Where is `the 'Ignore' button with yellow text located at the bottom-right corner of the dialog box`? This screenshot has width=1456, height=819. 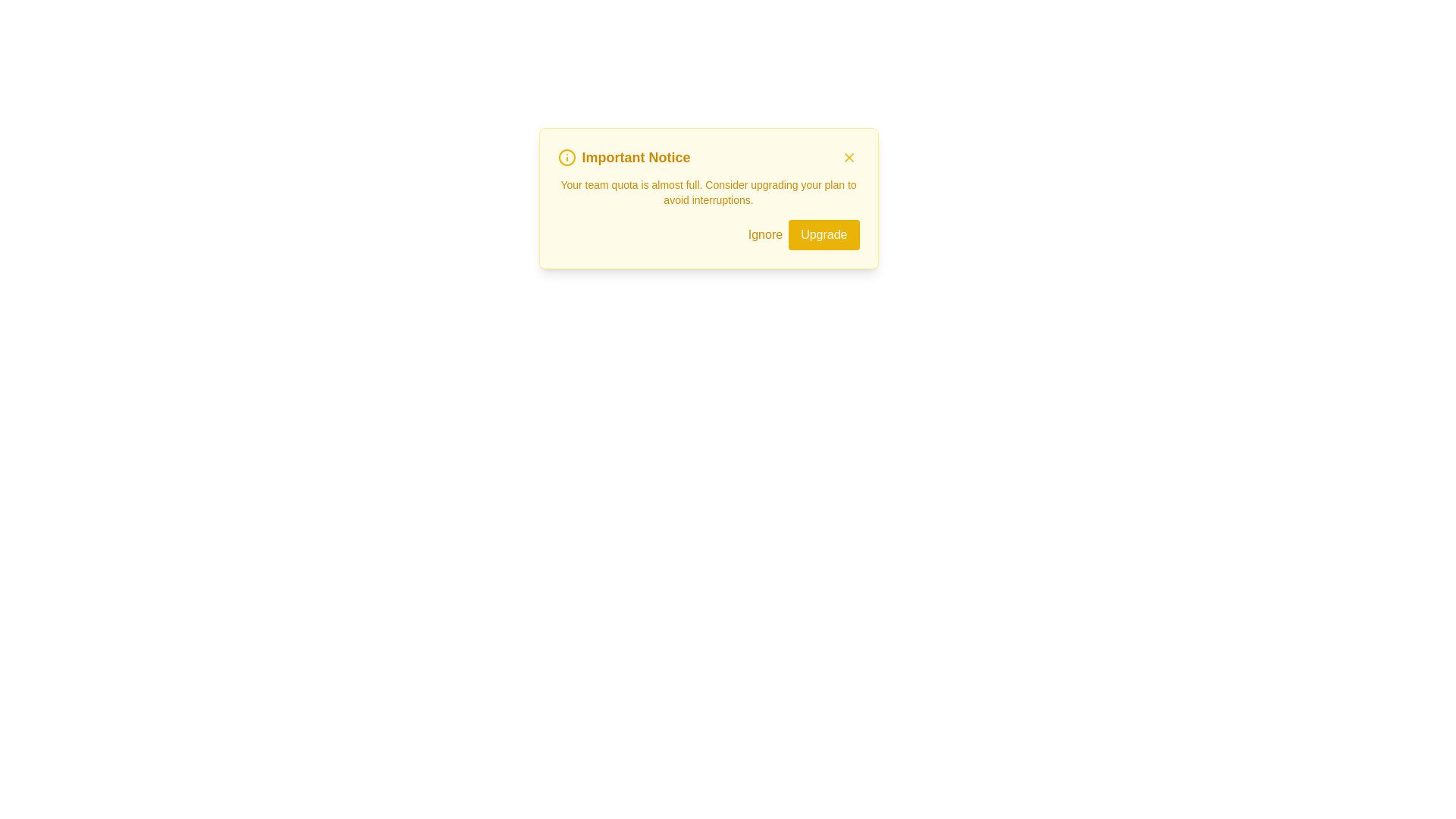 the 'Ignore' button with yellow text located at the bottom-right corner of the dialog box is located at coordinates (765, 234).